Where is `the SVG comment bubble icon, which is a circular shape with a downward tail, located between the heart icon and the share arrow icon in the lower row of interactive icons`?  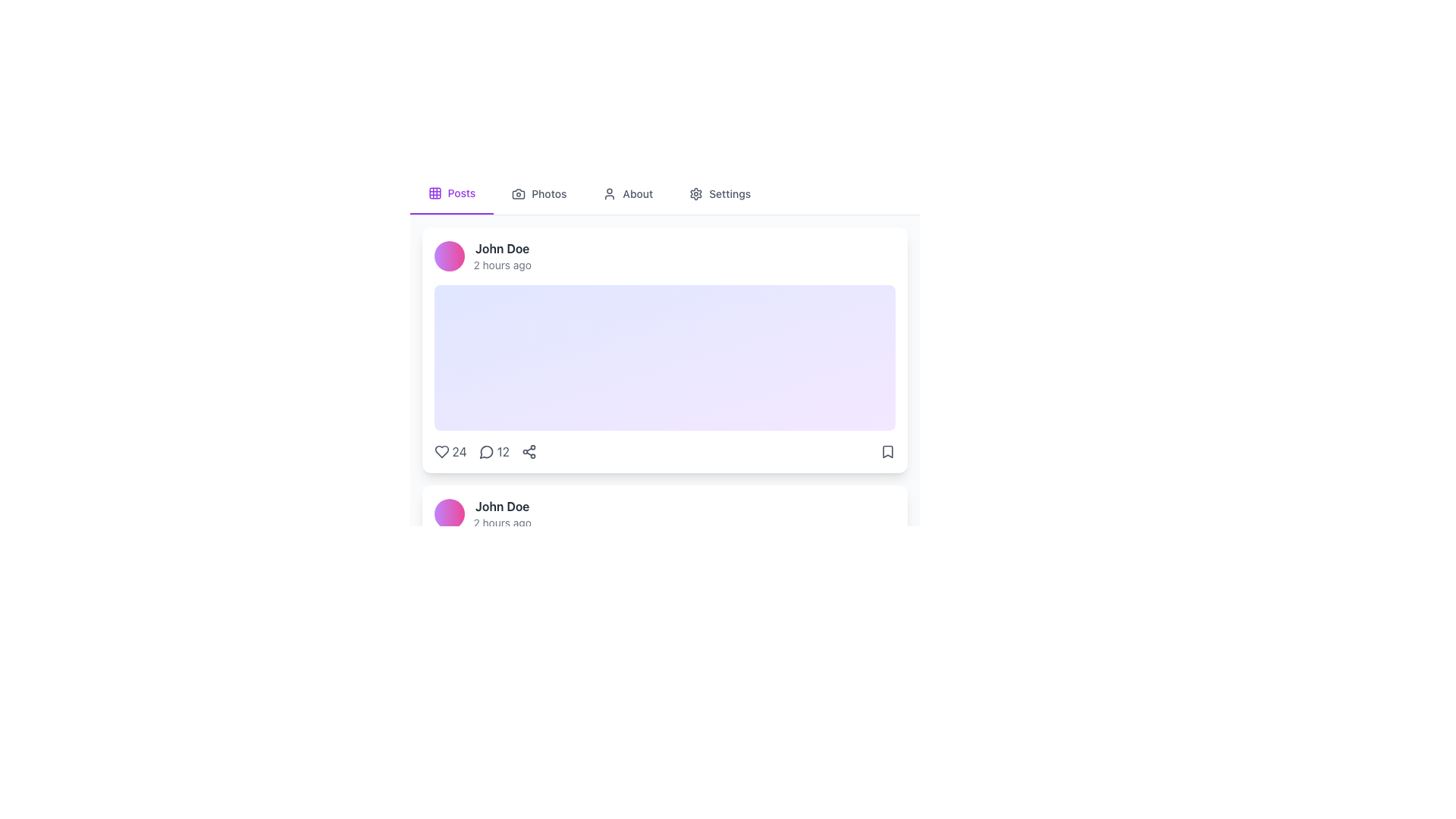
the SVG comment bubble icon, which is a circular shape with a downward tail, located between the heart icon and the share arrow icon in the lower row of interactive icons is located at coordinates (486, 451).